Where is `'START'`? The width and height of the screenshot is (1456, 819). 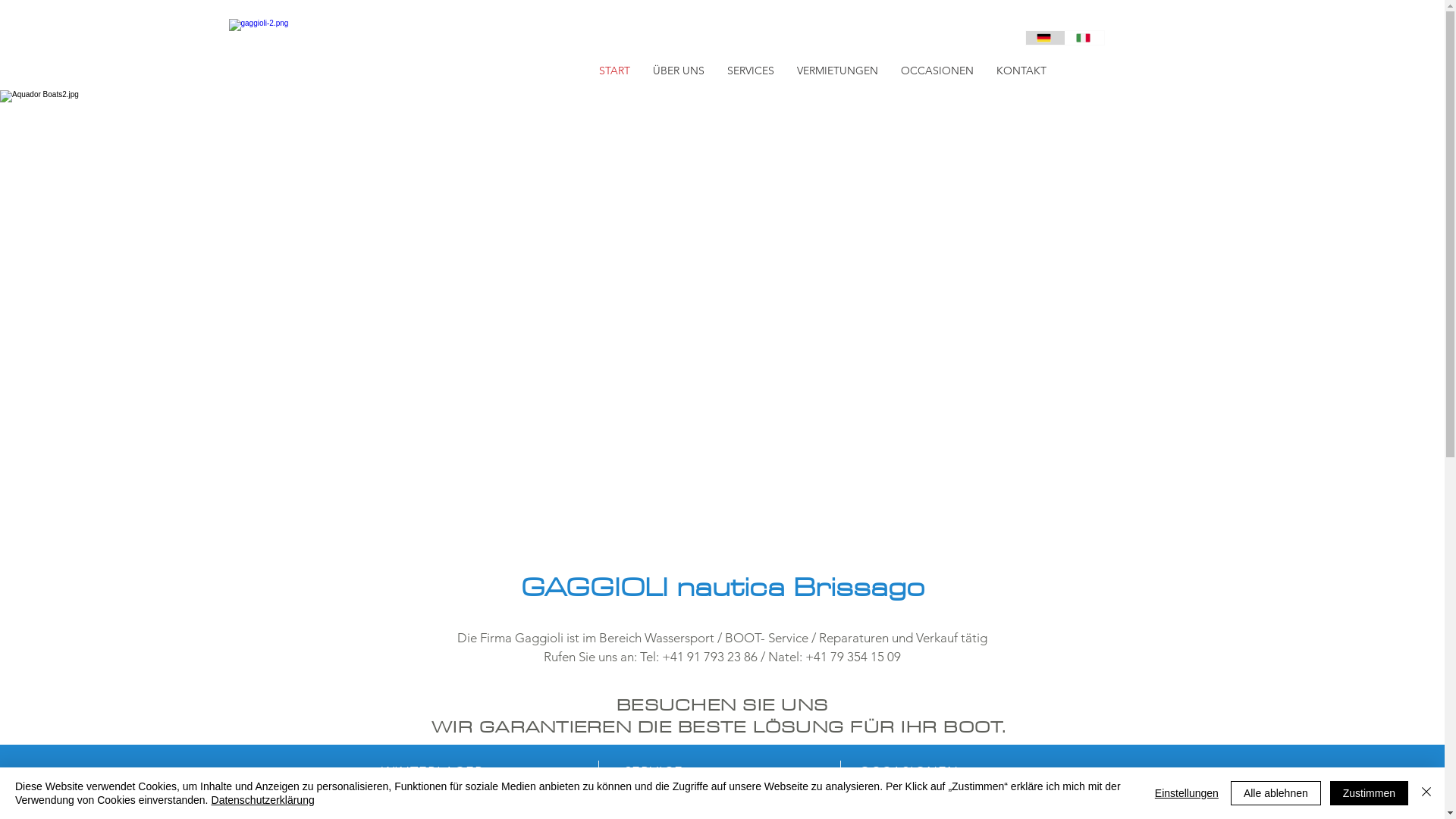 'START' is located at coordinates (585, 70).